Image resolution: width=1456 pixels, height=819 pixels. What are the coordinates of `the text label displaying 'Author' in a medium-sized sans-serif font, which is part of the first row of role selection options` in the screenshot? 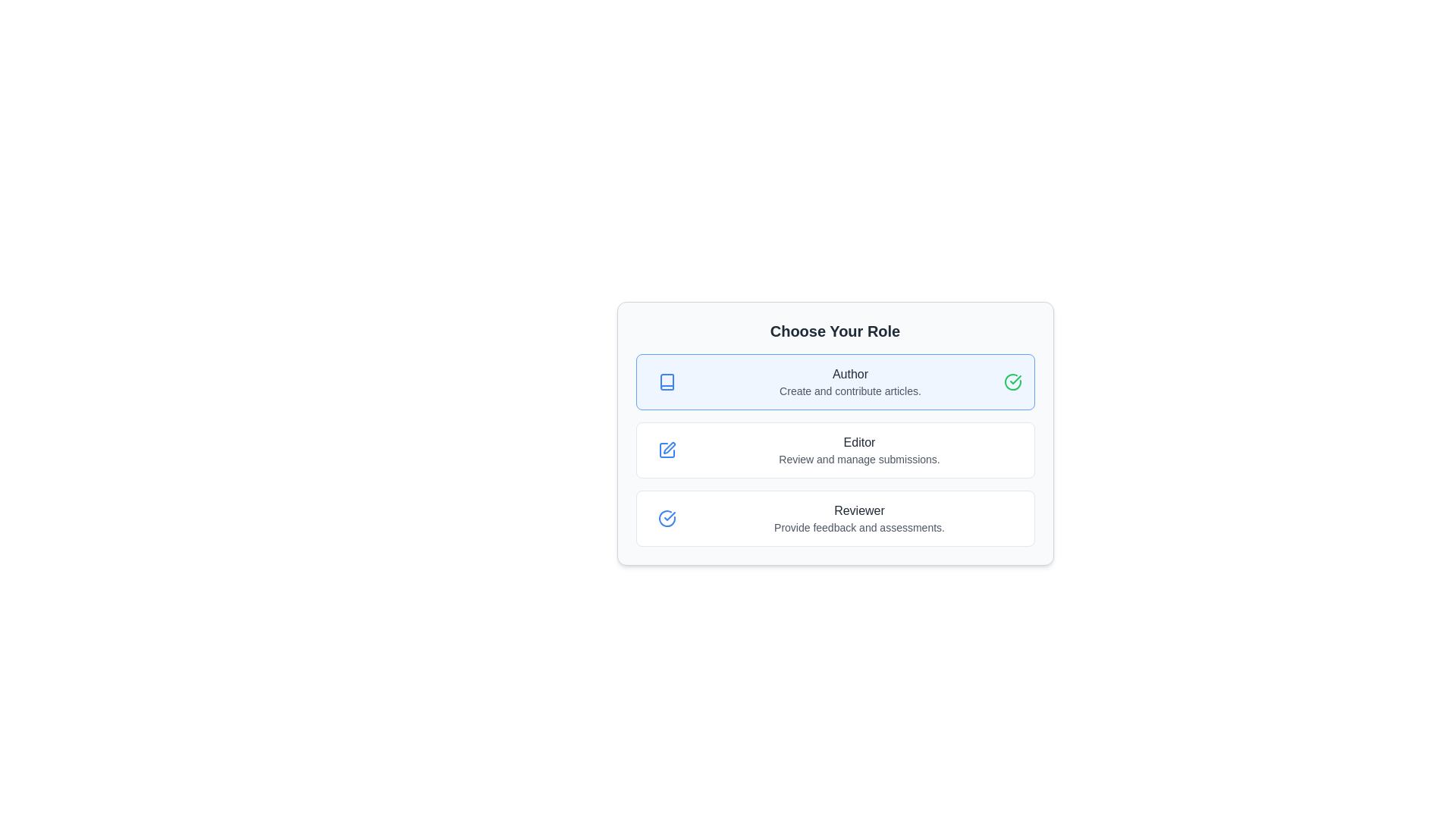 It's located at (850, 374).